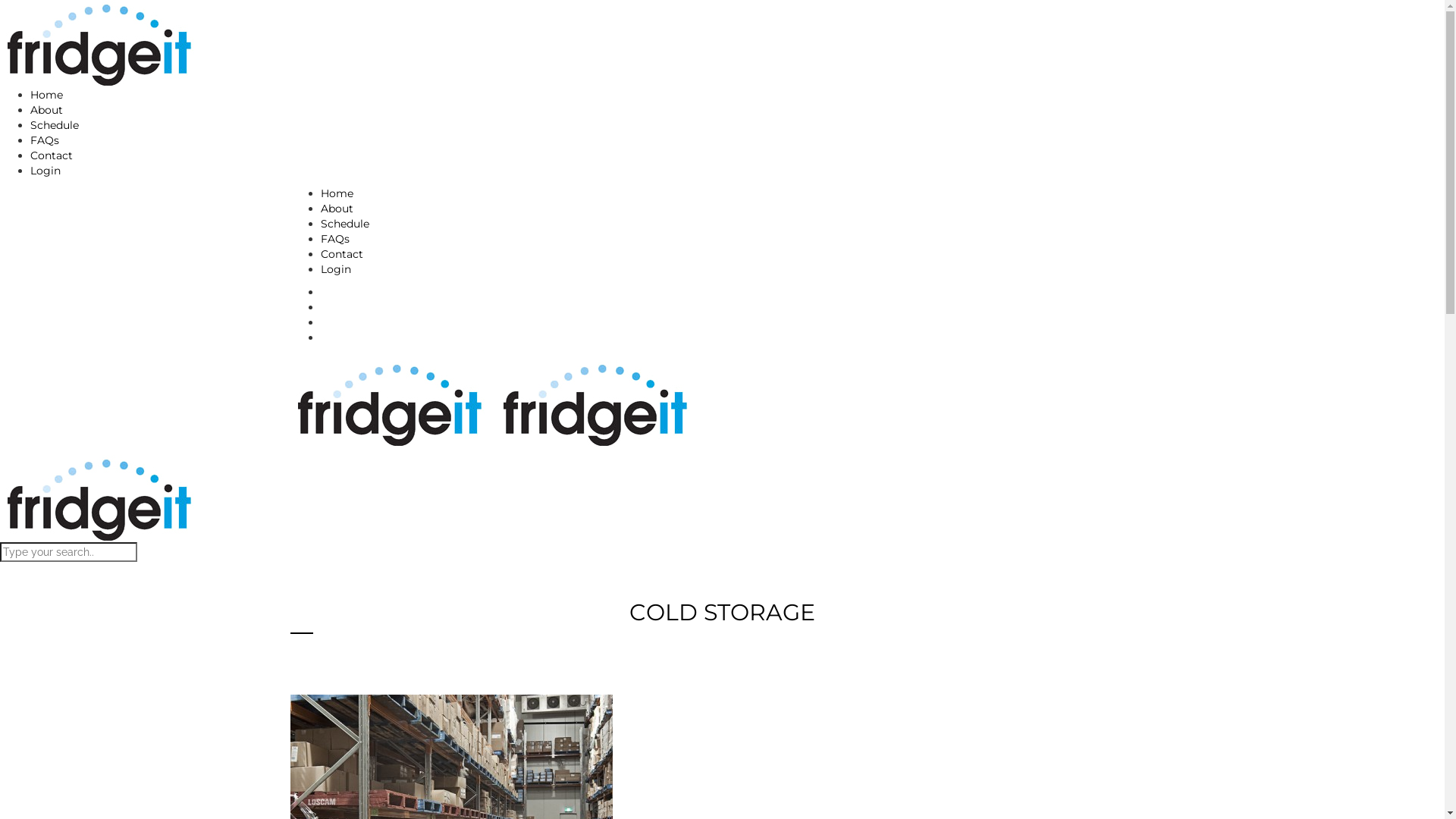 Image resolution: width=1456 pixels, height=819 pixels. What do you see at coordinates (44, 140) in the screenshot?
I see `'FAQs'` at bounding box center [44, 140].